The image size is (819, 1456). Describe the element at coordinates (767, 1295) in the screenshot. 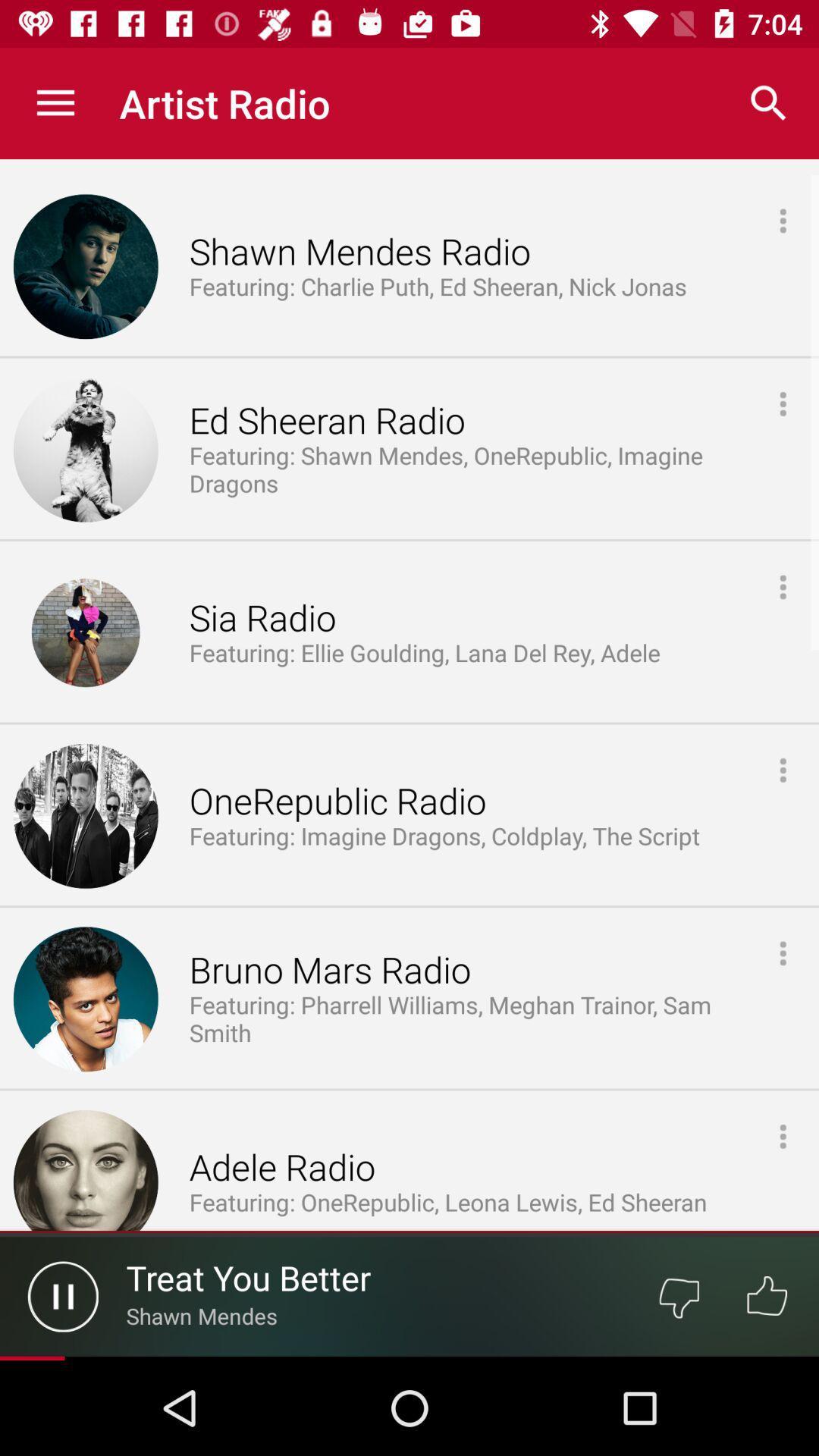

I see `the thumbs_up icon` at that location.